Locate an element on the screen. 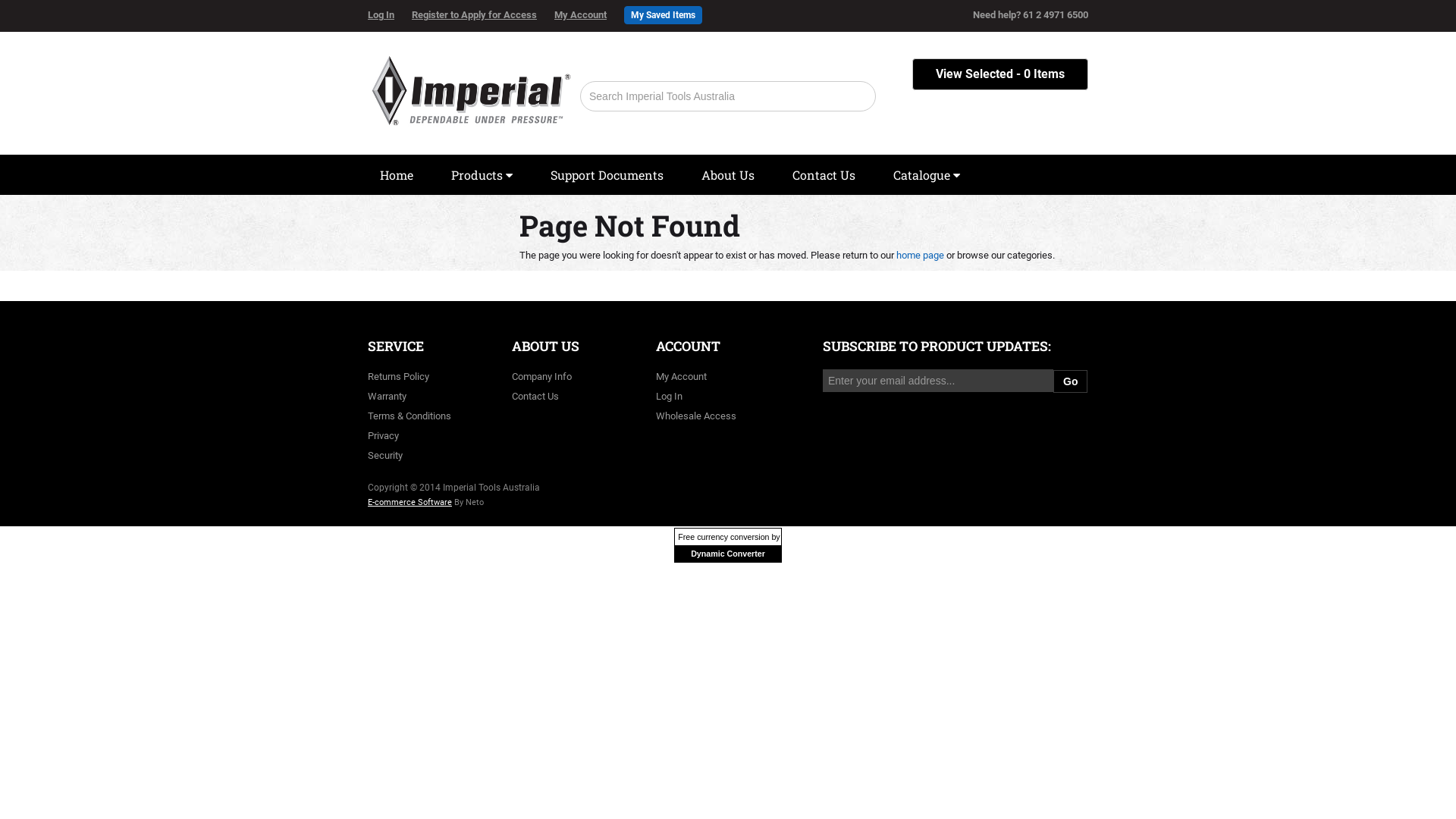 This screenshot has width=1456, height=819. 'Privacy' is located at coordinates (383, 435).